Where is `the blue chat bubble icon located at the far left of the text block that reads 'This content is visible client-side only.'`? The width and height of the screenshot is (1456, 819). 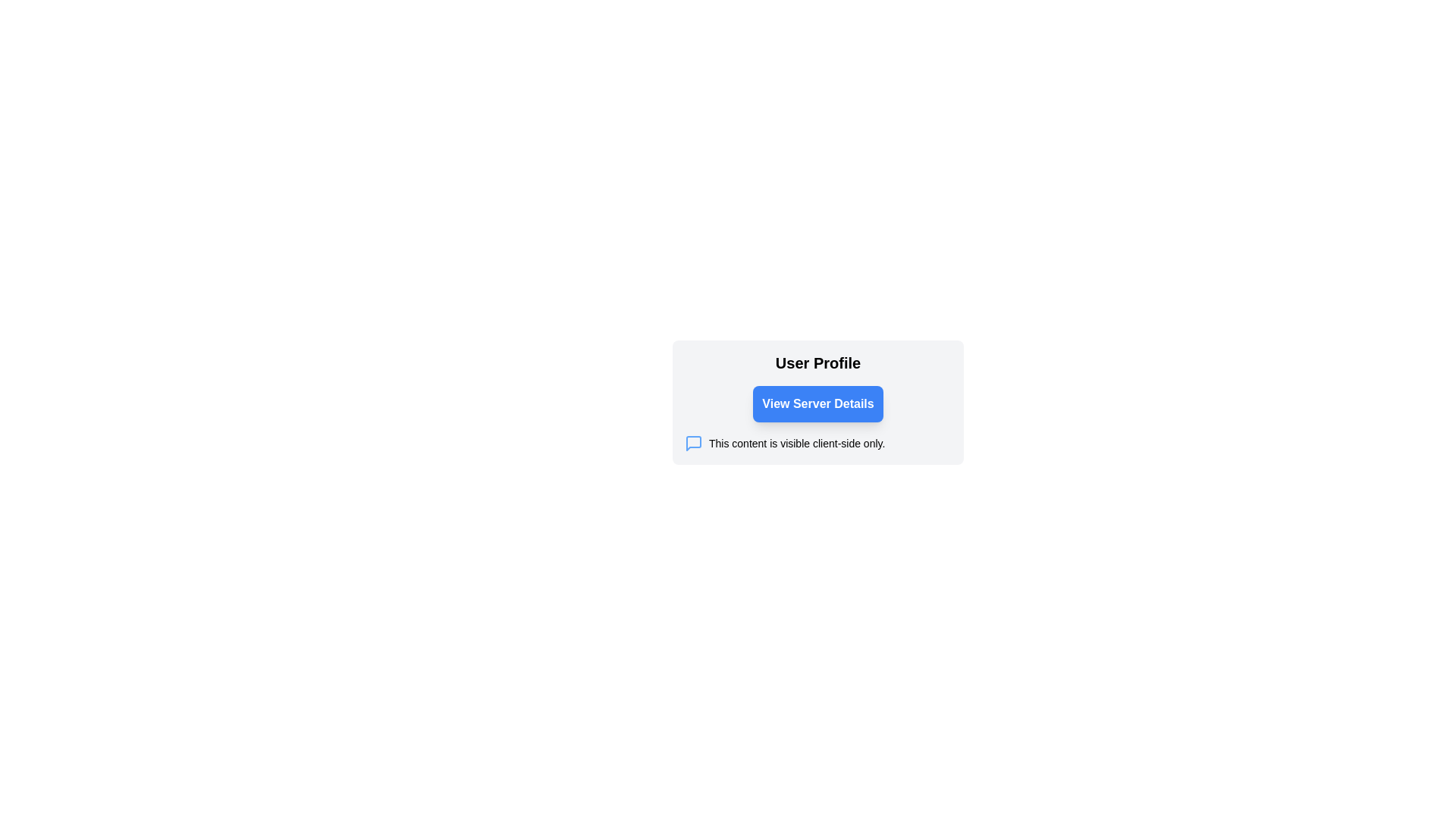
the blue chat bubble icon located at the far left of the text block that reads 'This content is visible client-side only.' is located at coordinates (693, 444).